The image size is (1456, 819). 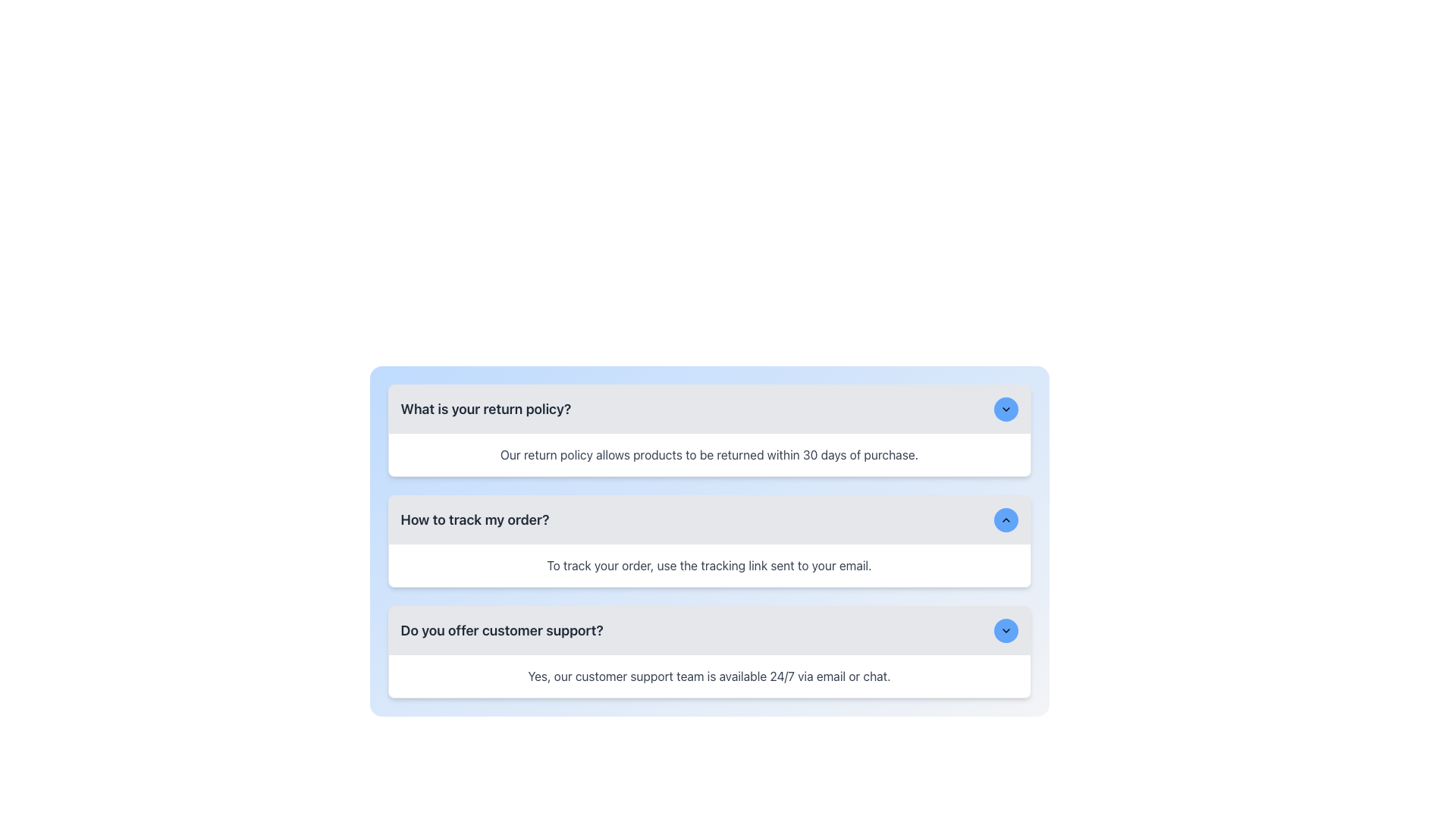 I want to click on the informational text that guides users to refer to a tracking link sent via email, located in the second section of a bordered and rounded box, beneath 'How to track my order?' and above 'Do you offer customer support?', so click(x=708, y=565).